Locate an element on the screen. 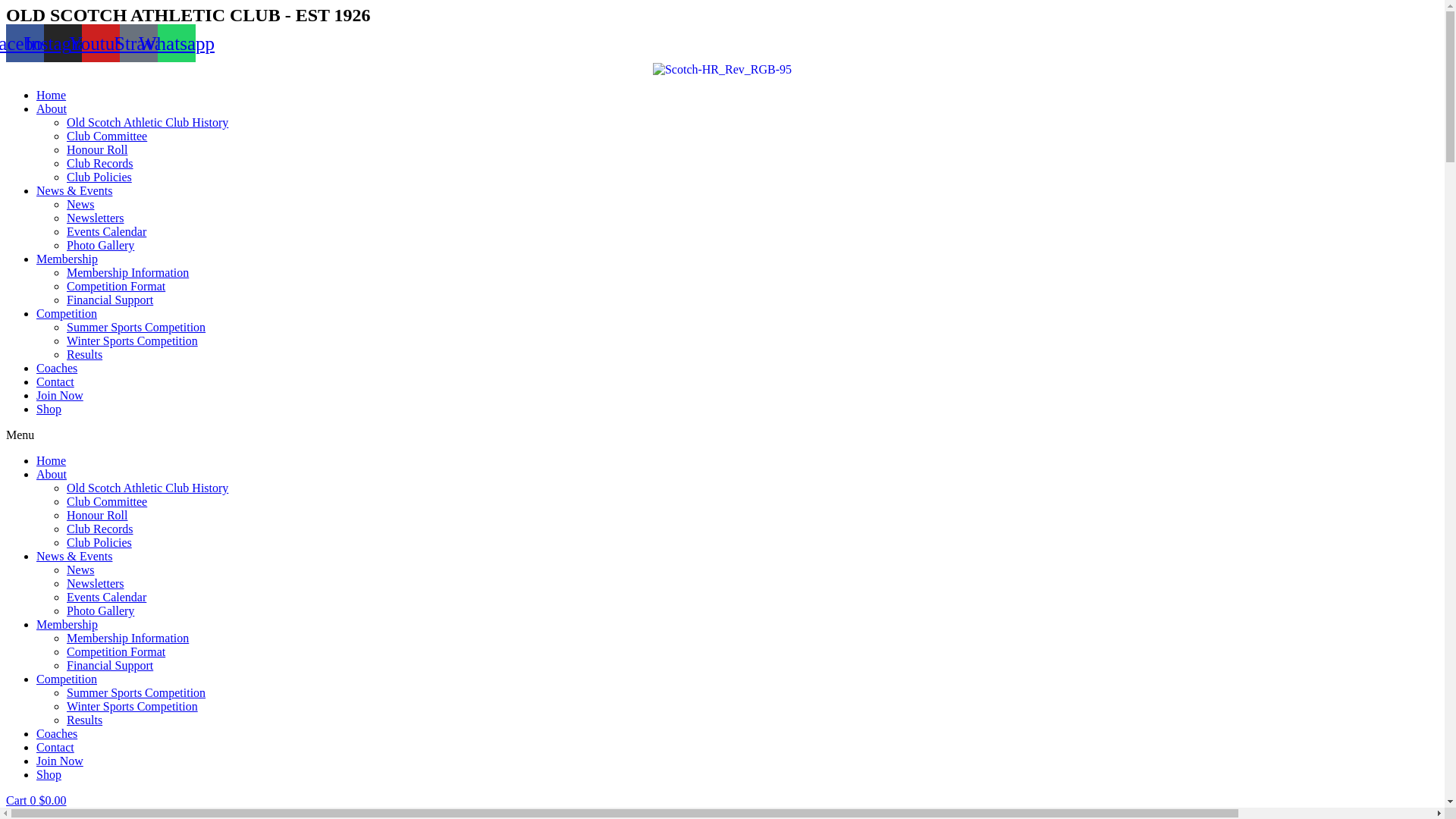 This screenshot has height=819, width=1456. 'Skip to content' is located at coordinates (5, 5).